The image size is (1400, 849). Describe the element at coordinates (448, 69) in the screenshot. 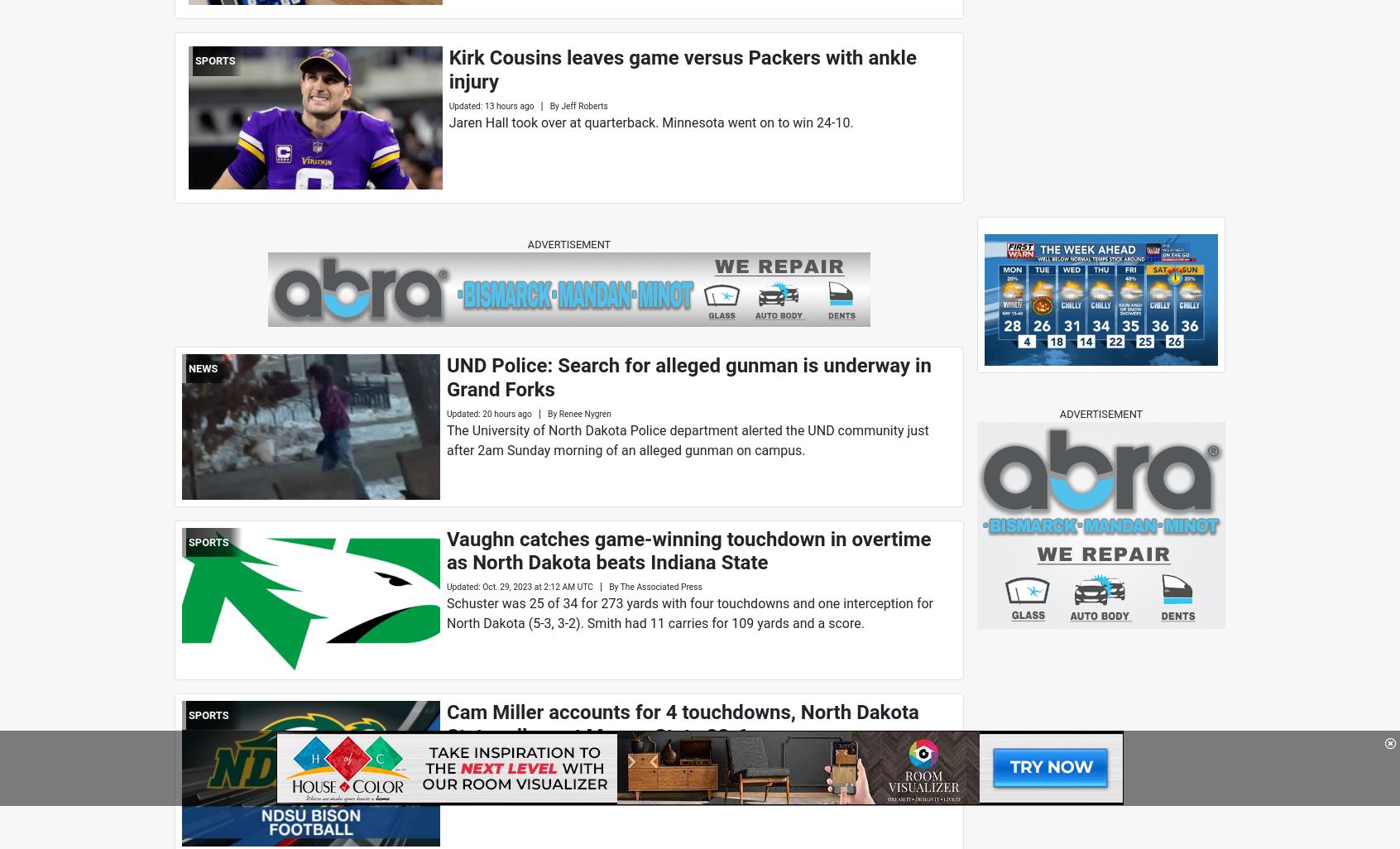

I see `'Kirk Cousins leaves game versus Packers with ankle injury'` at that location.